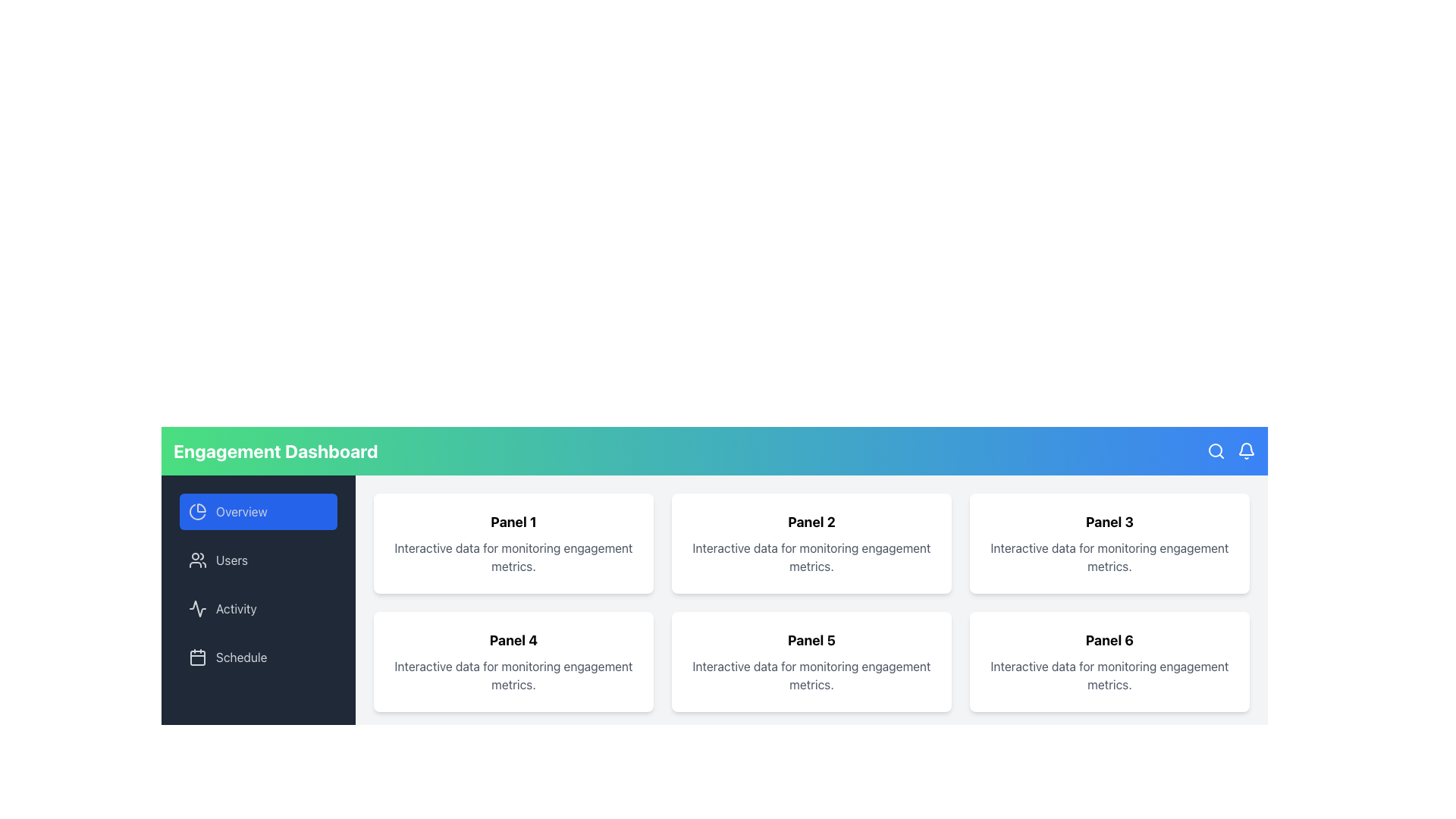 This screenshot has height=819, width=1456. What do you see at coordinates (1109, 675) in the screenshot?
I see `informational text label positioned centrally below the heading 'Panel 6' in the card located in the bottom-right corner of the grid` at bounding box center [1109, 675].